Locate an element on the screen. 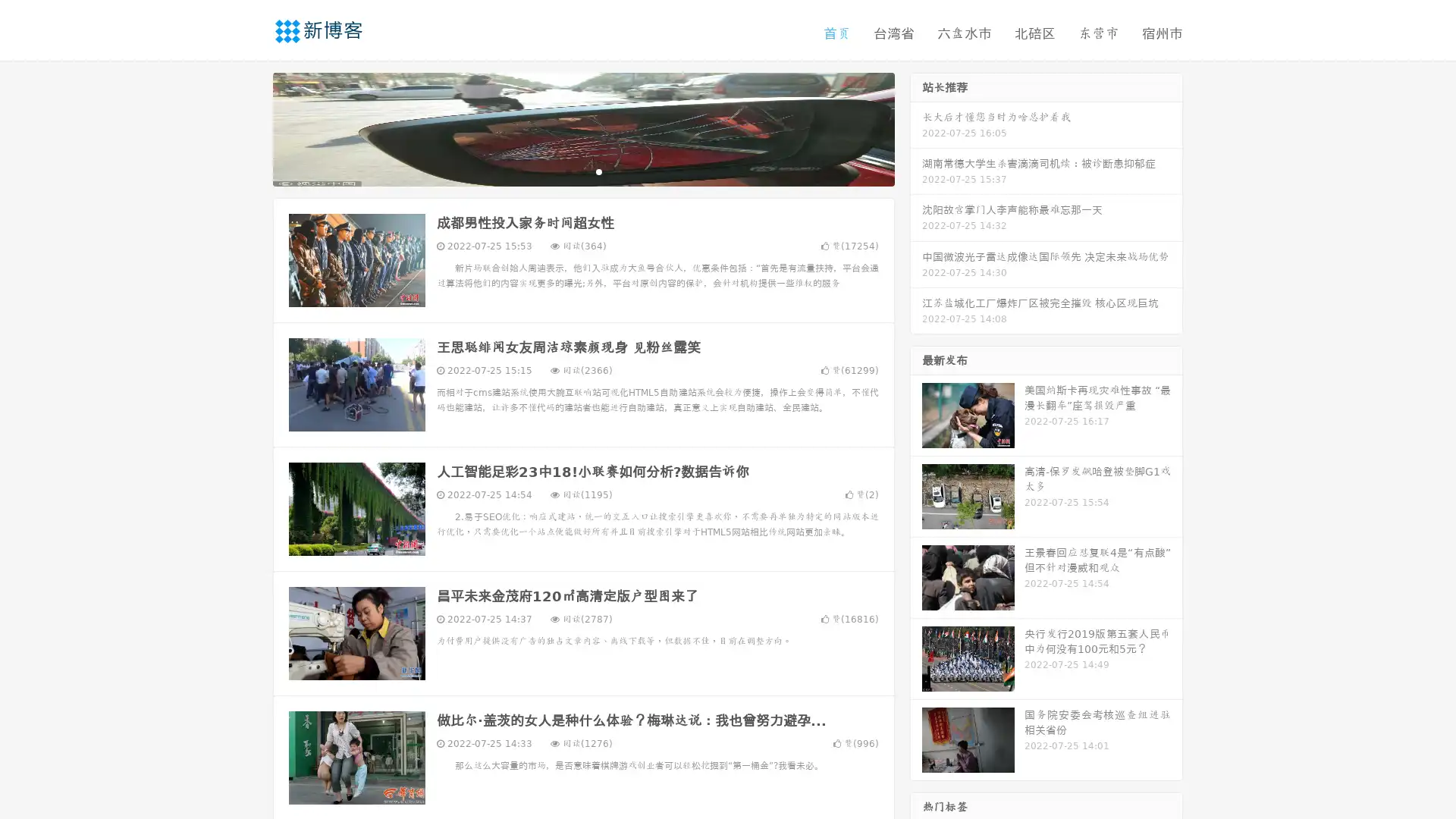  Go to slide 1 is located at coordinates (567, 171).